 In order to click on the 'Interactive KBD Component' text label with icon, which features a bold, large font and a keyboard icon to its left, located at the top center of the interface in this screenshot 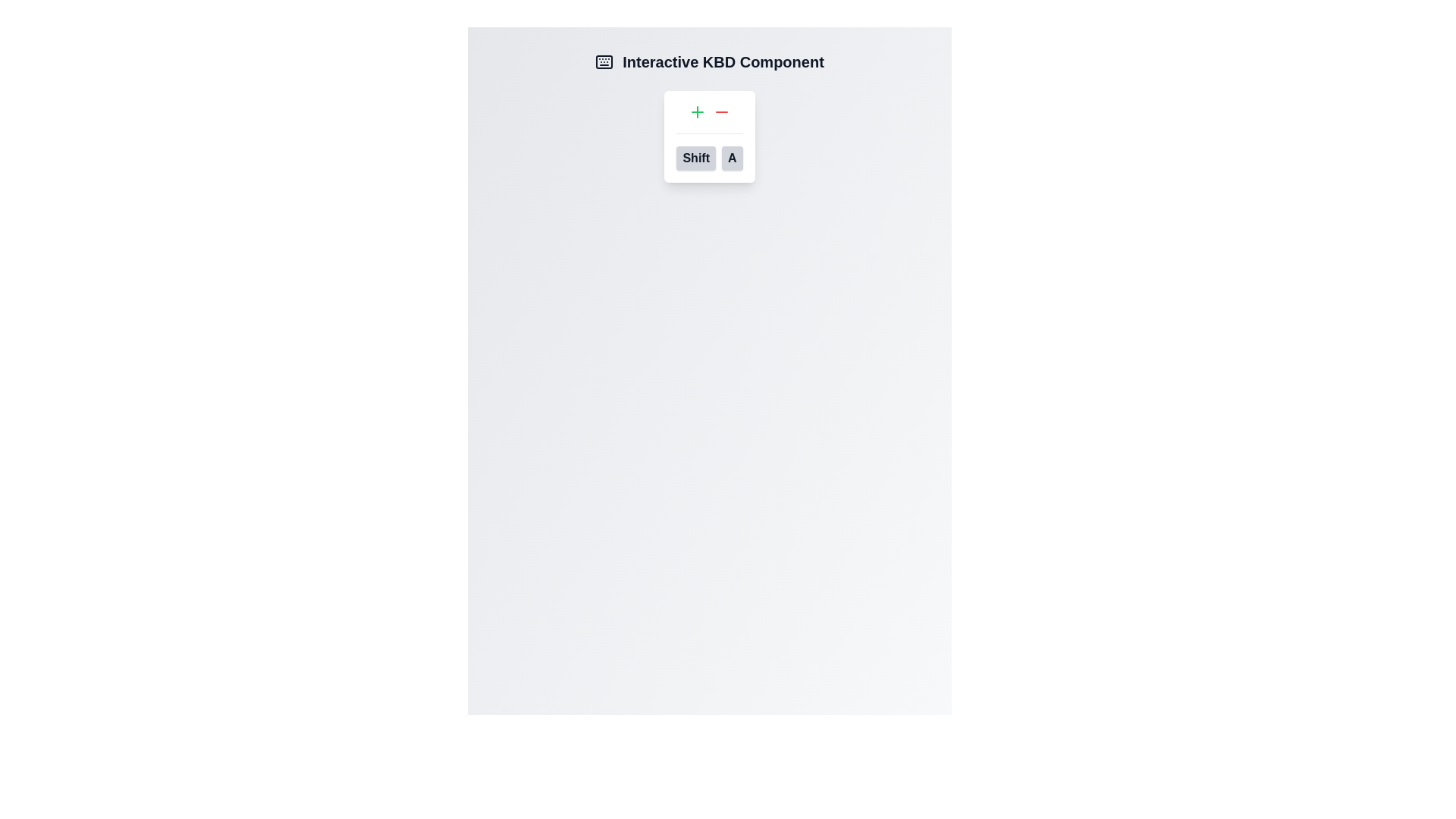, I will do `click(709, 61)`.